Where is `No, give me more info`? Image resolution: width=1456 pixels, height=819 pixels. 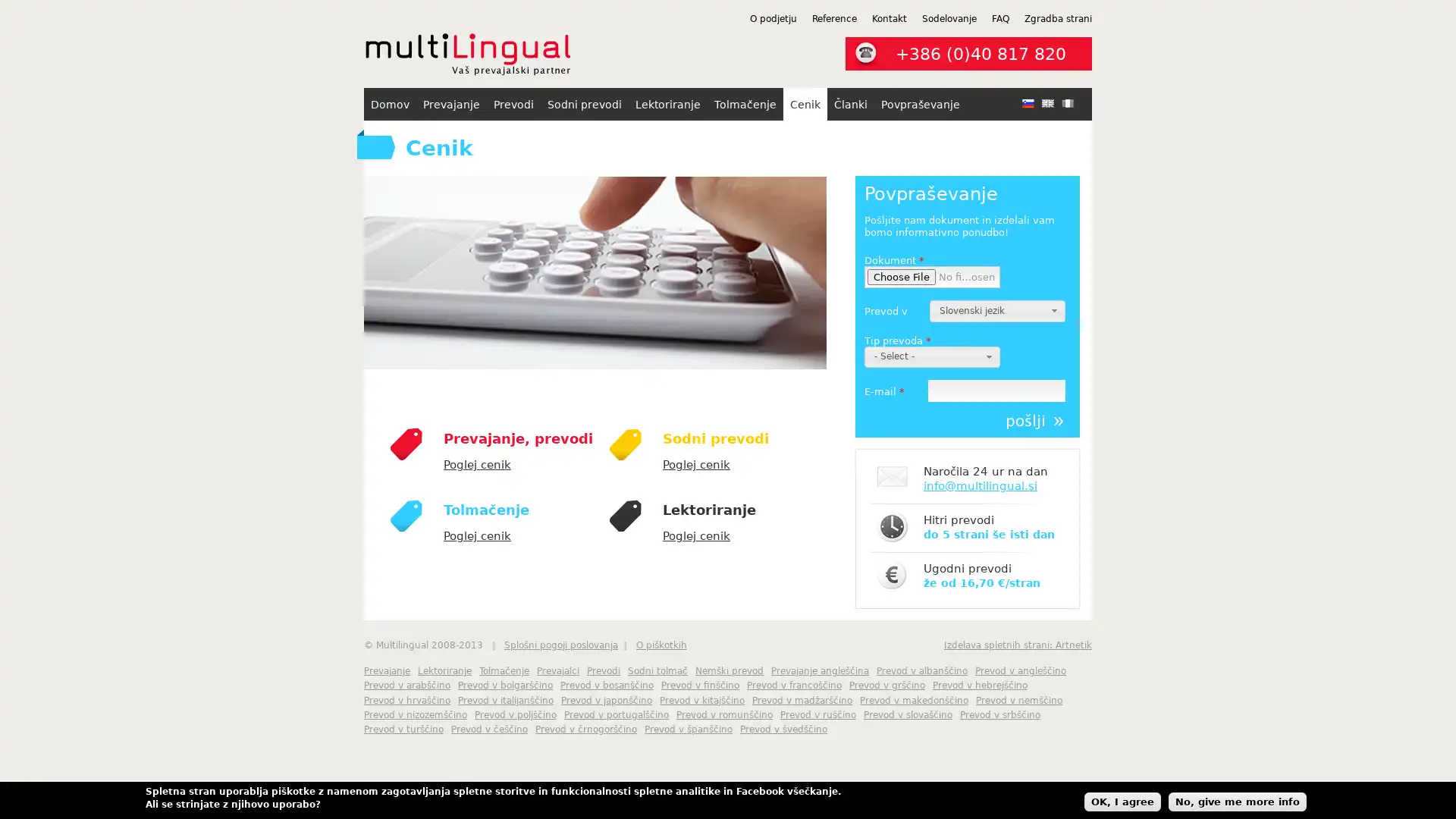
No, give me more info is located at coordinates (1238, 800).